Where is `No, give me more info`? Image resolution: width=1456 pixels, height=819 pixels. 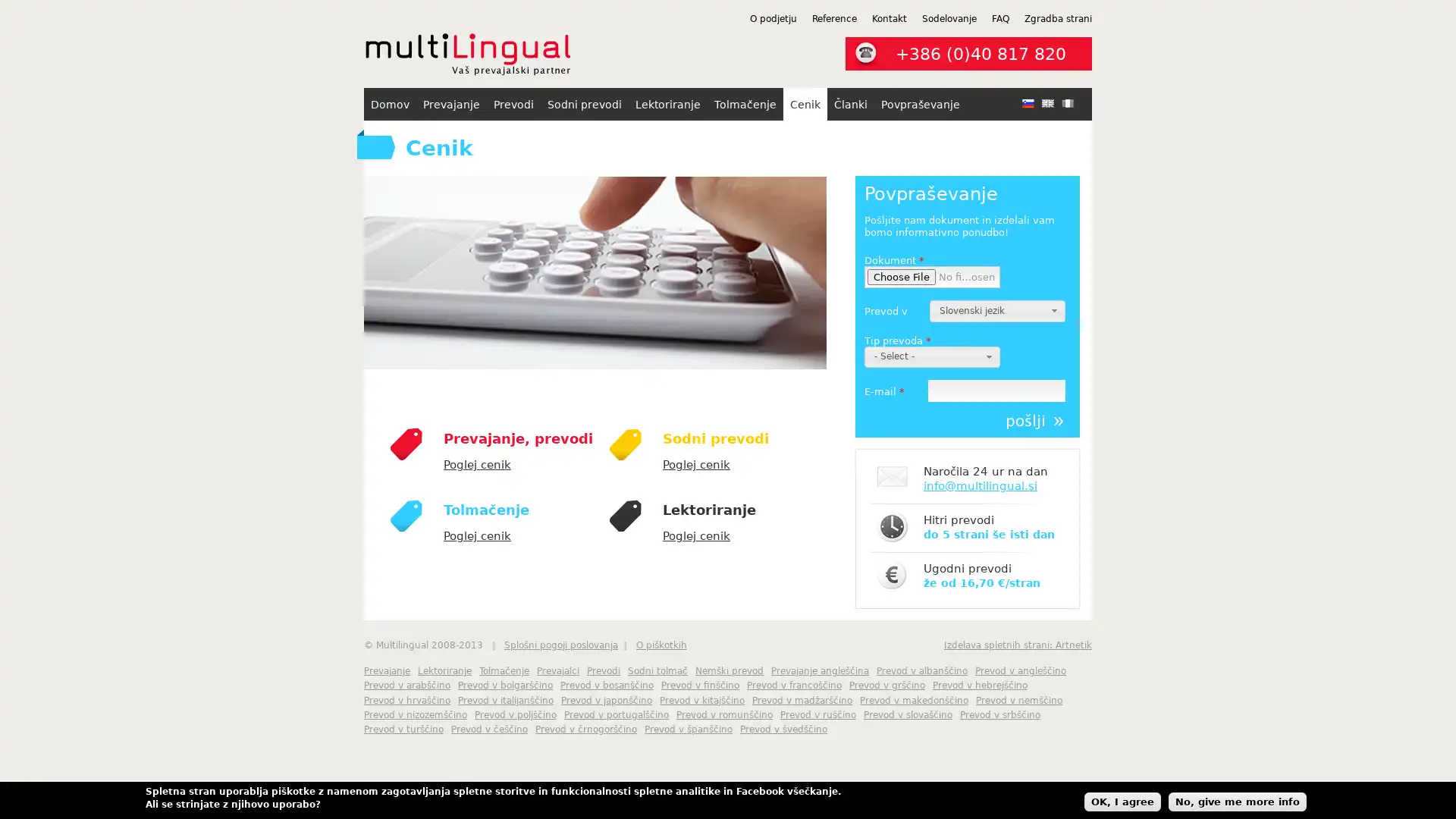
No, give me more info is located at coordinates (1238, 800).